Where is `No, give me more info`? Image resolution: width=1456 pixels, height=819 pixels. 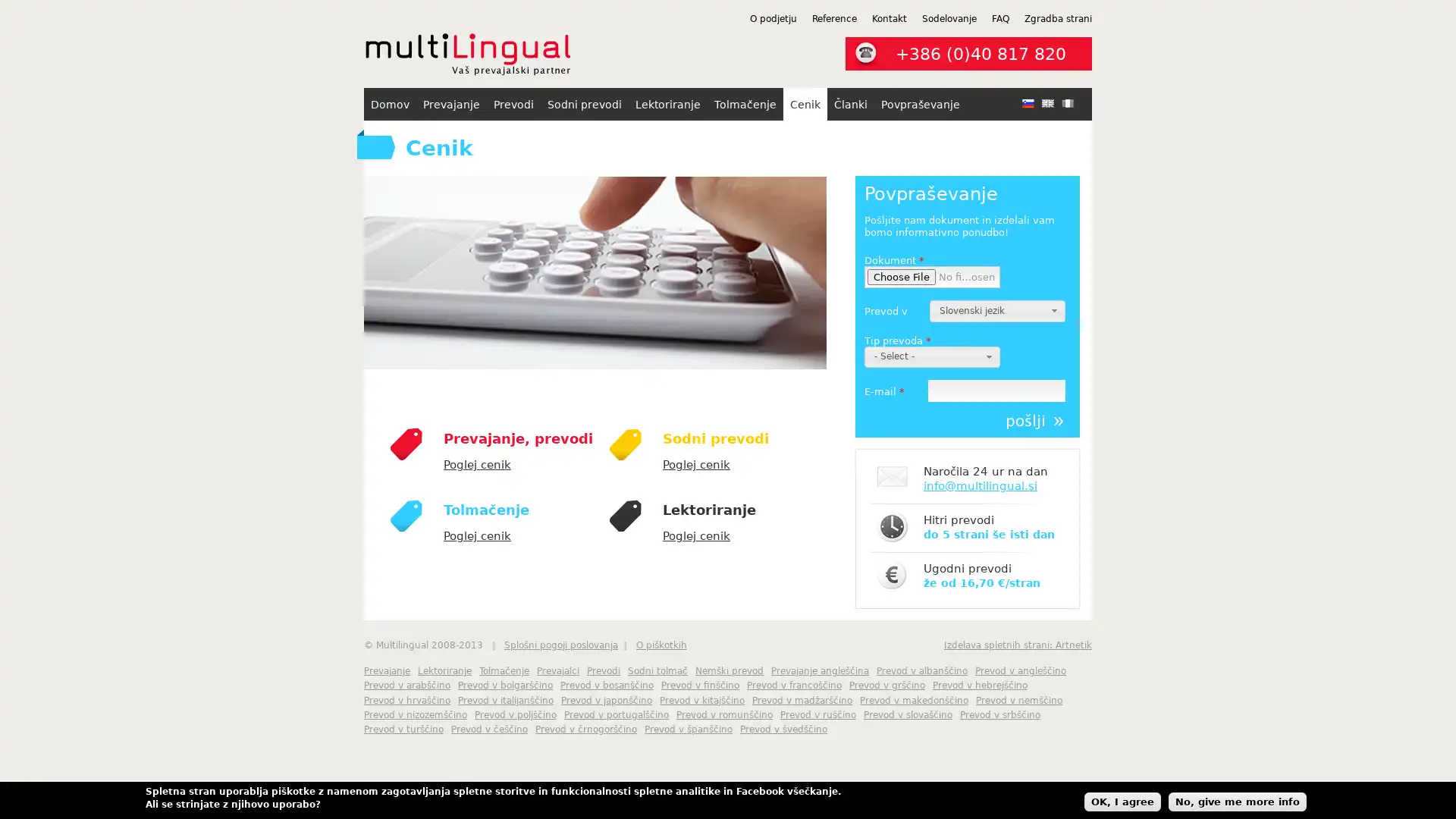
No, give me more info is located at coordinates (1238, 800).